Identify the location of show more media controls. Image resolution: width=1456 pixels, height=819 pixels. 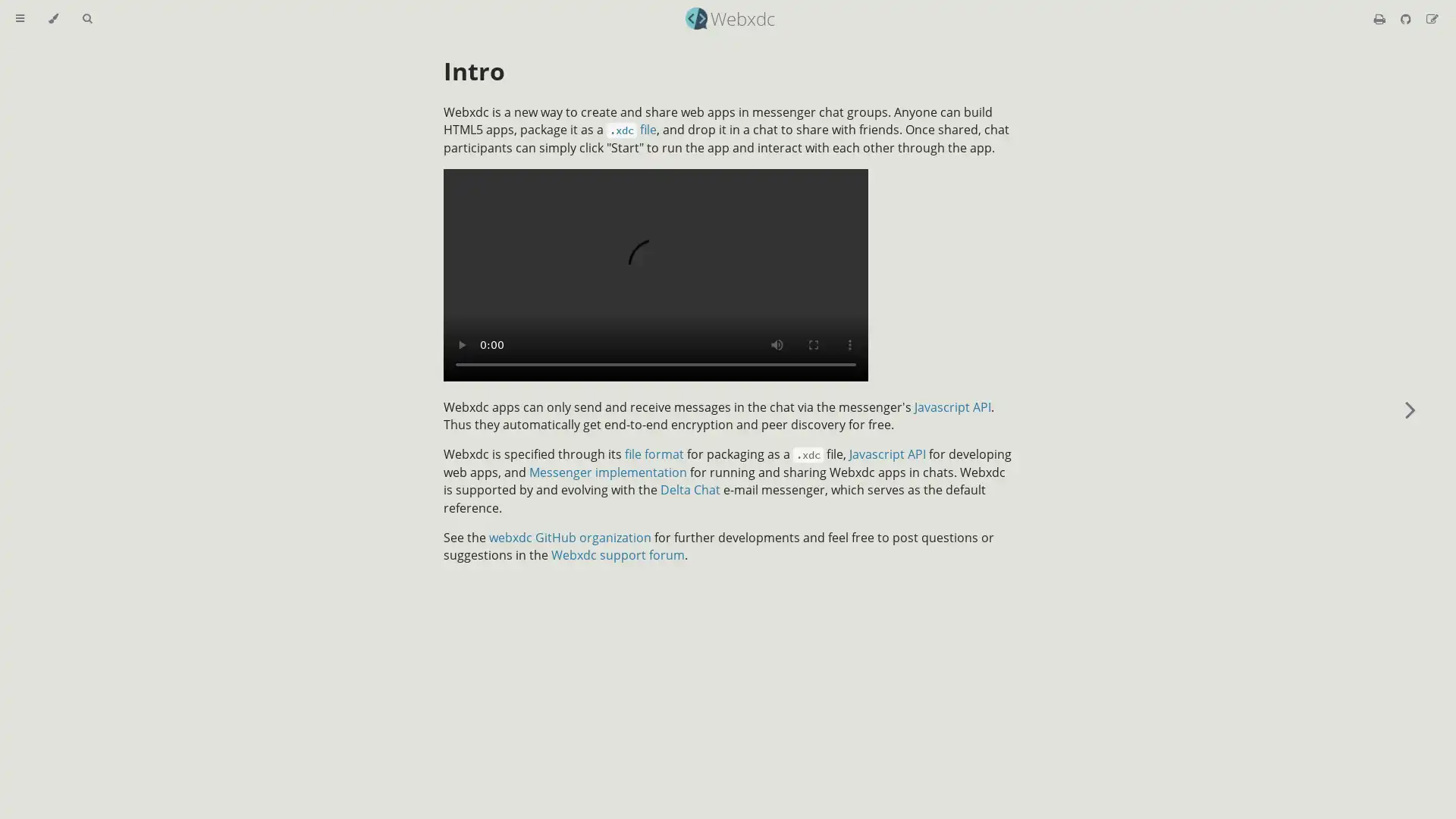
(850, 345).